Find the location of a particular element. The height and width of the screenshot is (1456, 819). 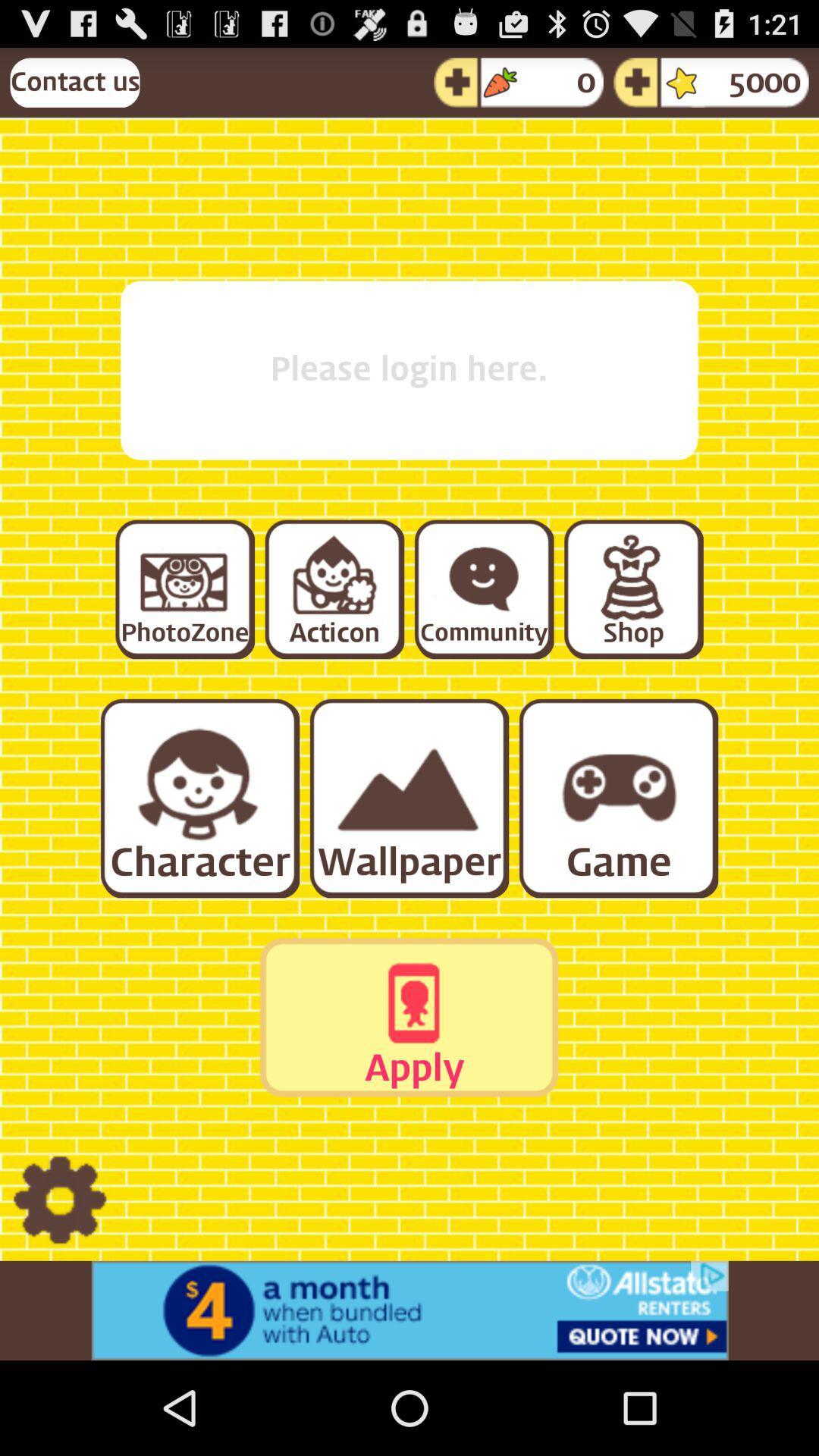

shop is located at coordinates (632, 588).